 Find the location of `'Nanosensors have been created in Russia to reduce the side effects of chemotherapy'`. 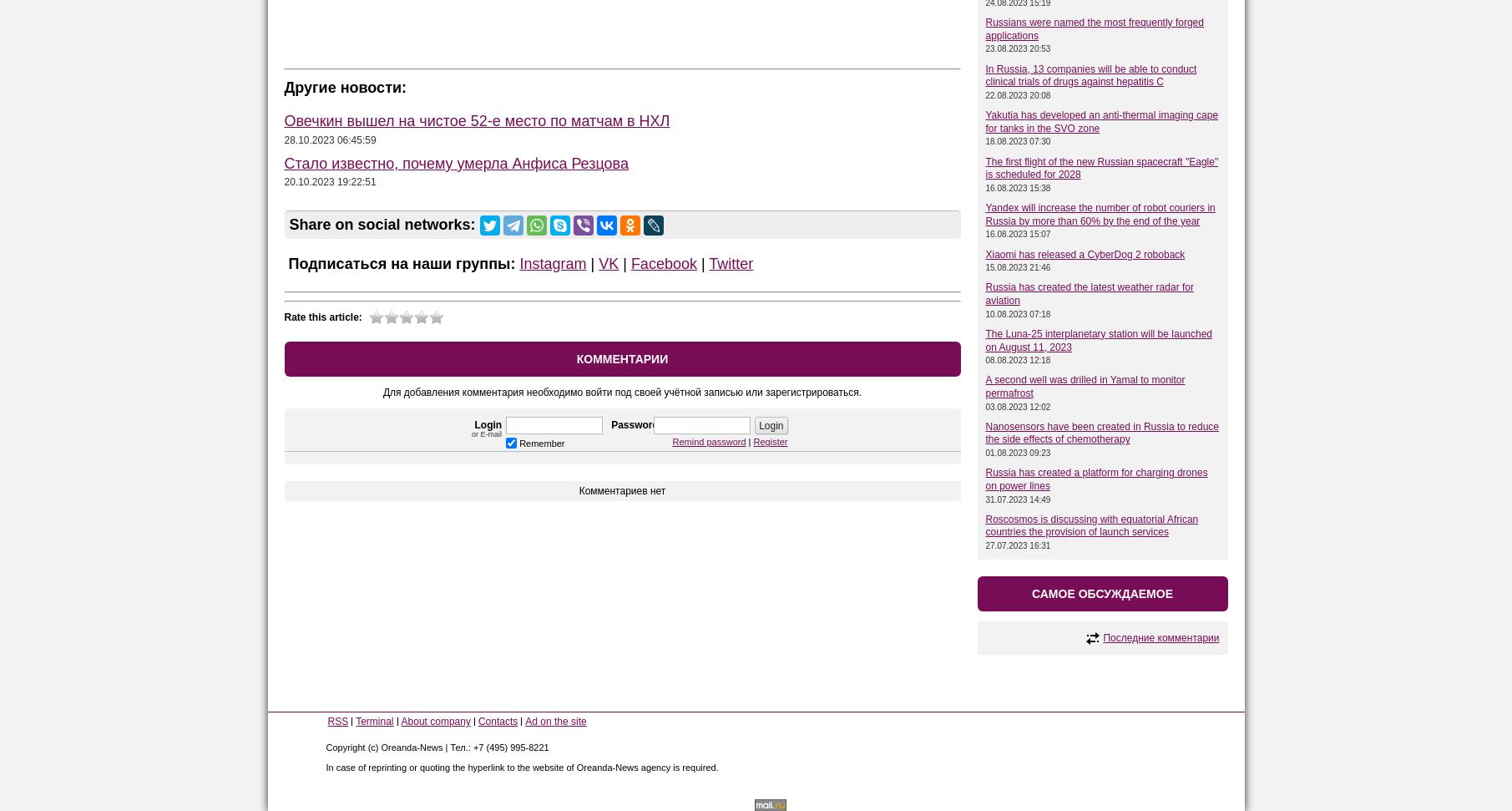

'Nanosensors have been created in Russia to reduce the side effects of chemotherapy' is located at coordinates (984, 432).